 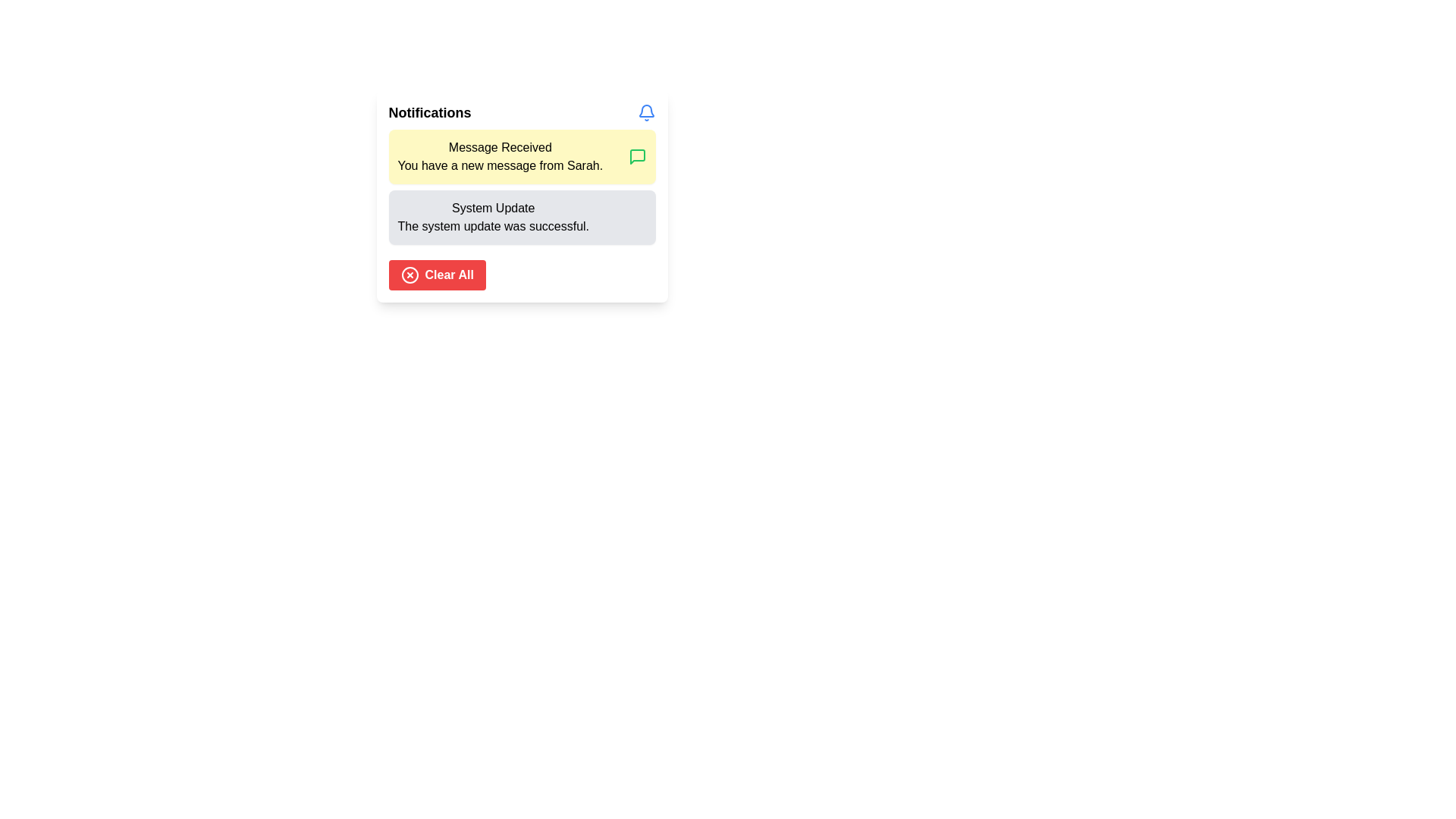 I want to click on the central circle within the SVG that contributes to the cancel or close icon, so click(x=409, y=275).